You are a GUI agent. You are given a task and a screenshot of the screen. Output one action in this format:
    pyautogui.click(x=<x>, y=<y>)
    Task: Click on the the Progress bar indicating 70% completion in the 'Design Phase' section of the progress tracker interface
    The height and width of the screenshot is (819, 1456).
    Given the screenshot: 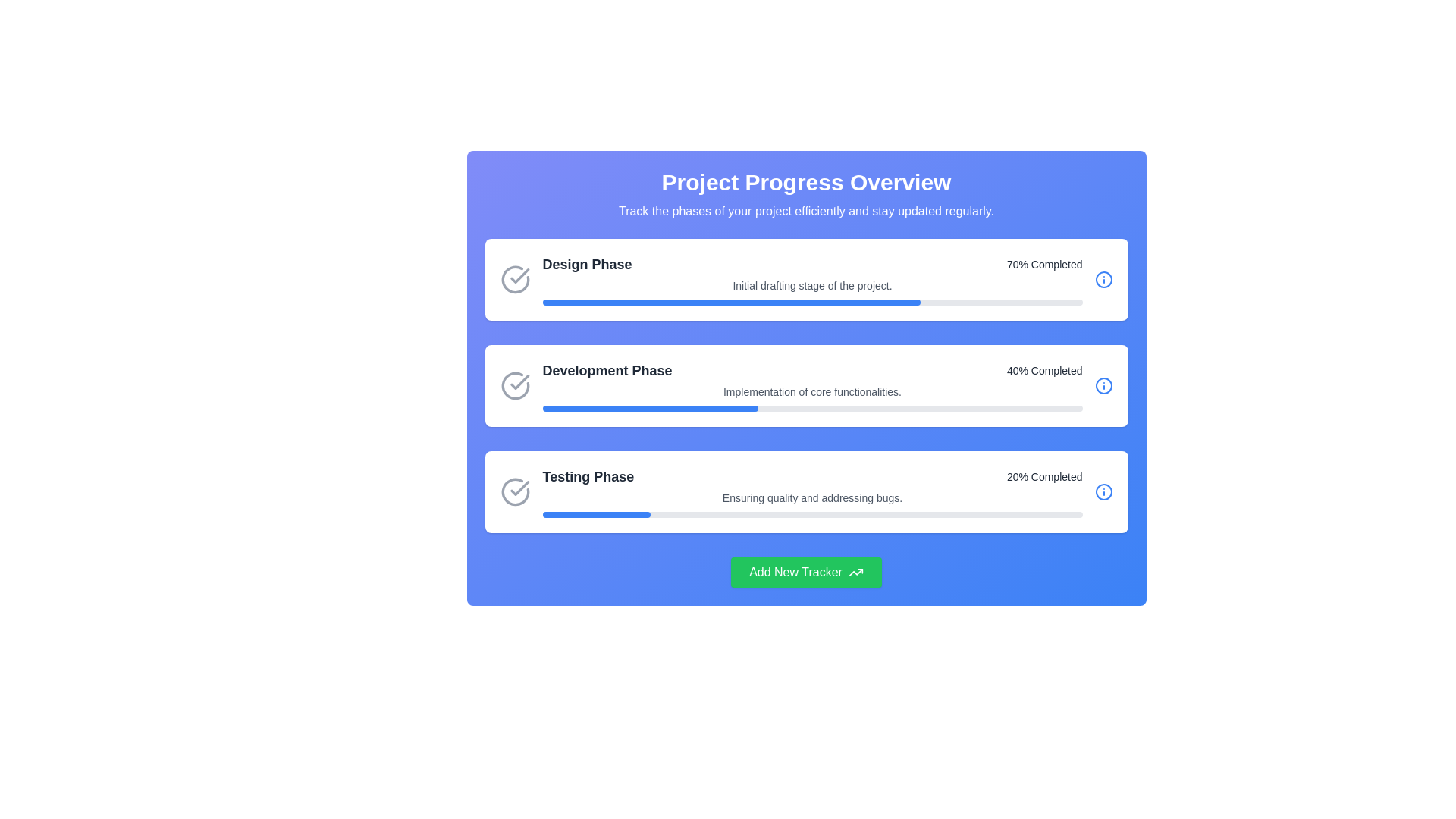 What is the action you would take?
    pyautogui.click(x=731, y=302)
    